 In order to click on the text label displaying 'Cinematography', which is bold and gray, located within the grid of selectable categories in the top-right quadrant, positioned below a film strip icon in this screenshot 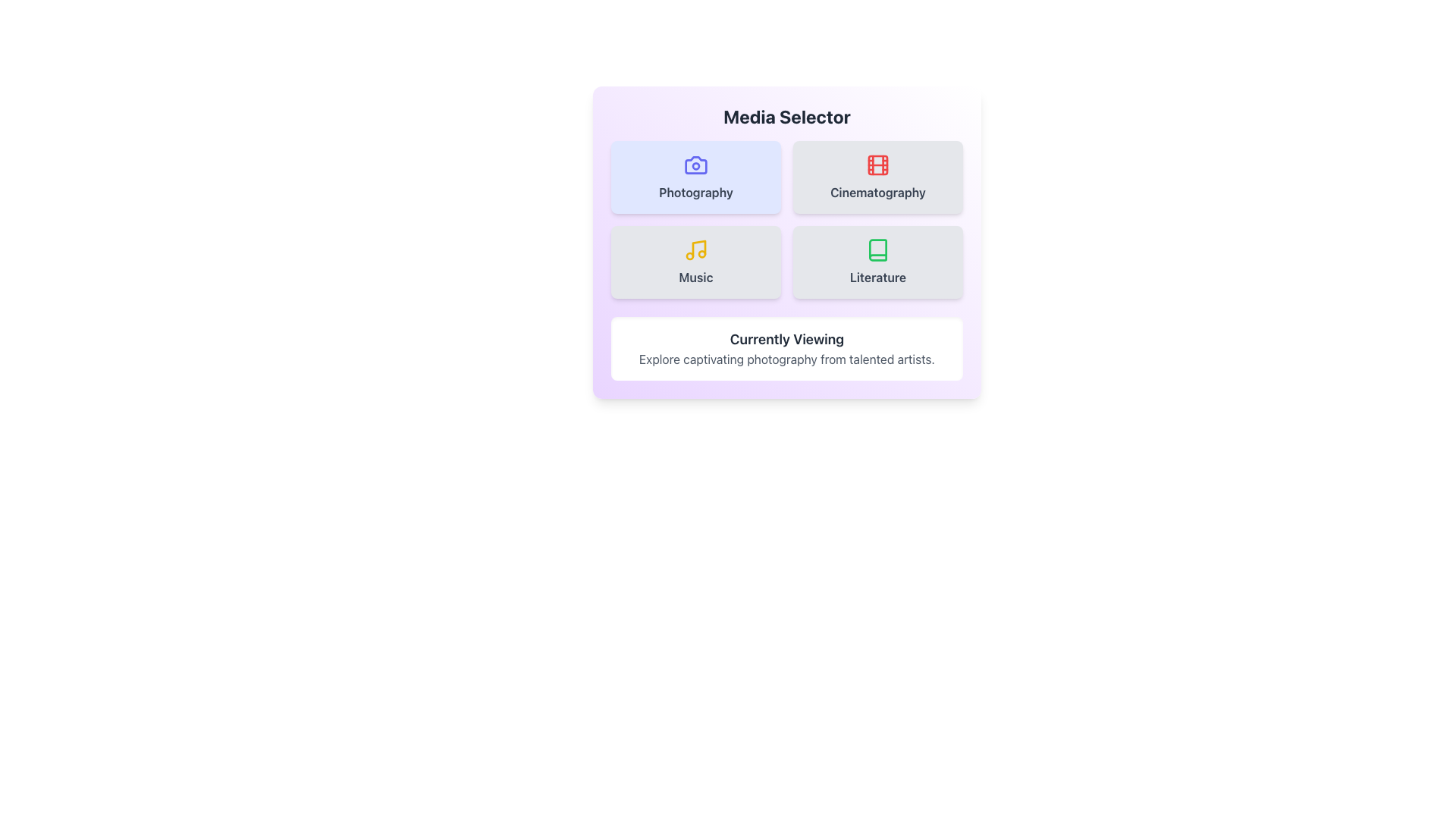, I will do `click(877, 192)`.